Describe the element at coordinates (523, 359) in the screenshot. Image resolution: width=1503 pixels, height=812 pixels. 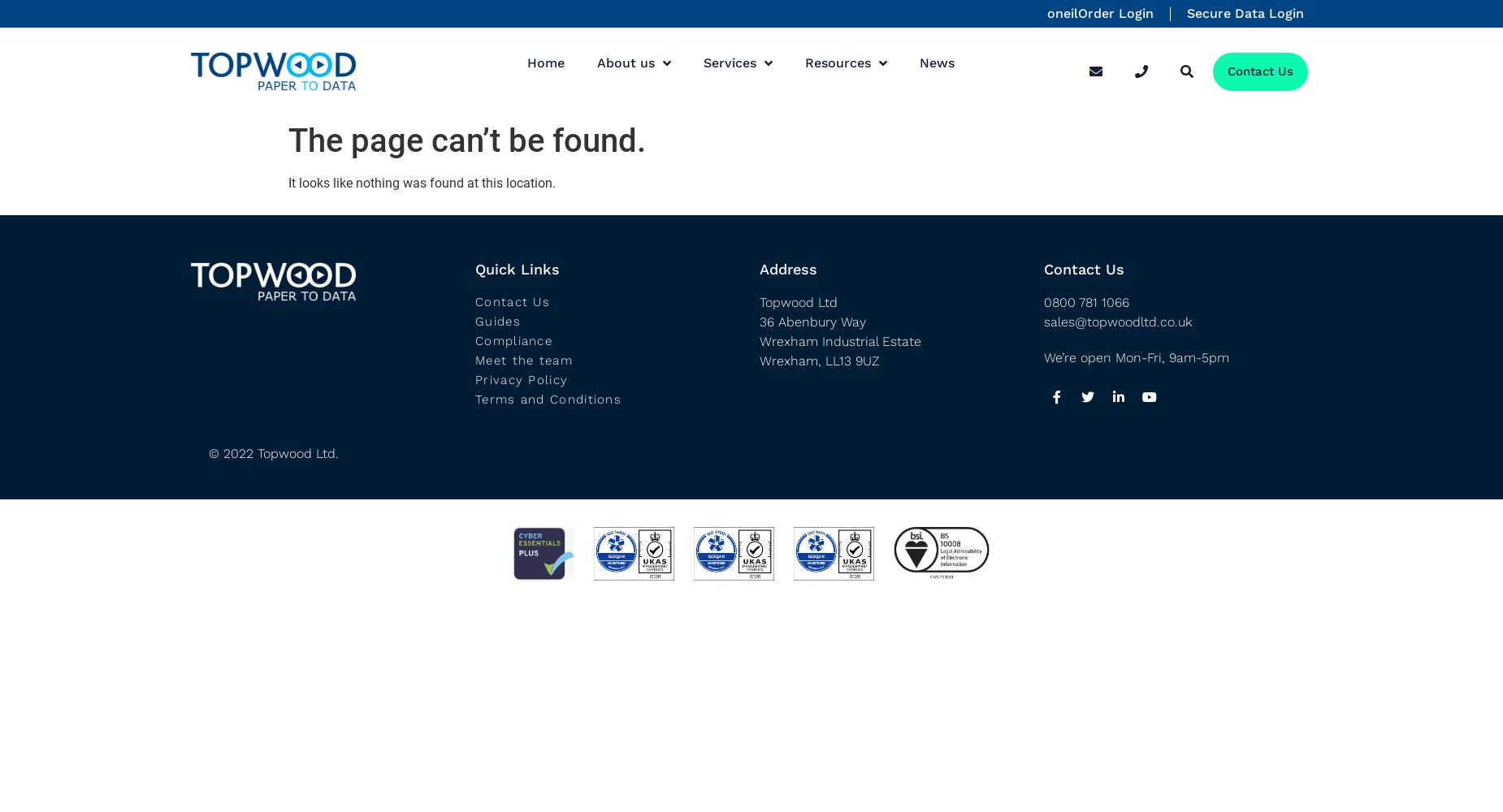
I see `'Meet the team'` at that location.